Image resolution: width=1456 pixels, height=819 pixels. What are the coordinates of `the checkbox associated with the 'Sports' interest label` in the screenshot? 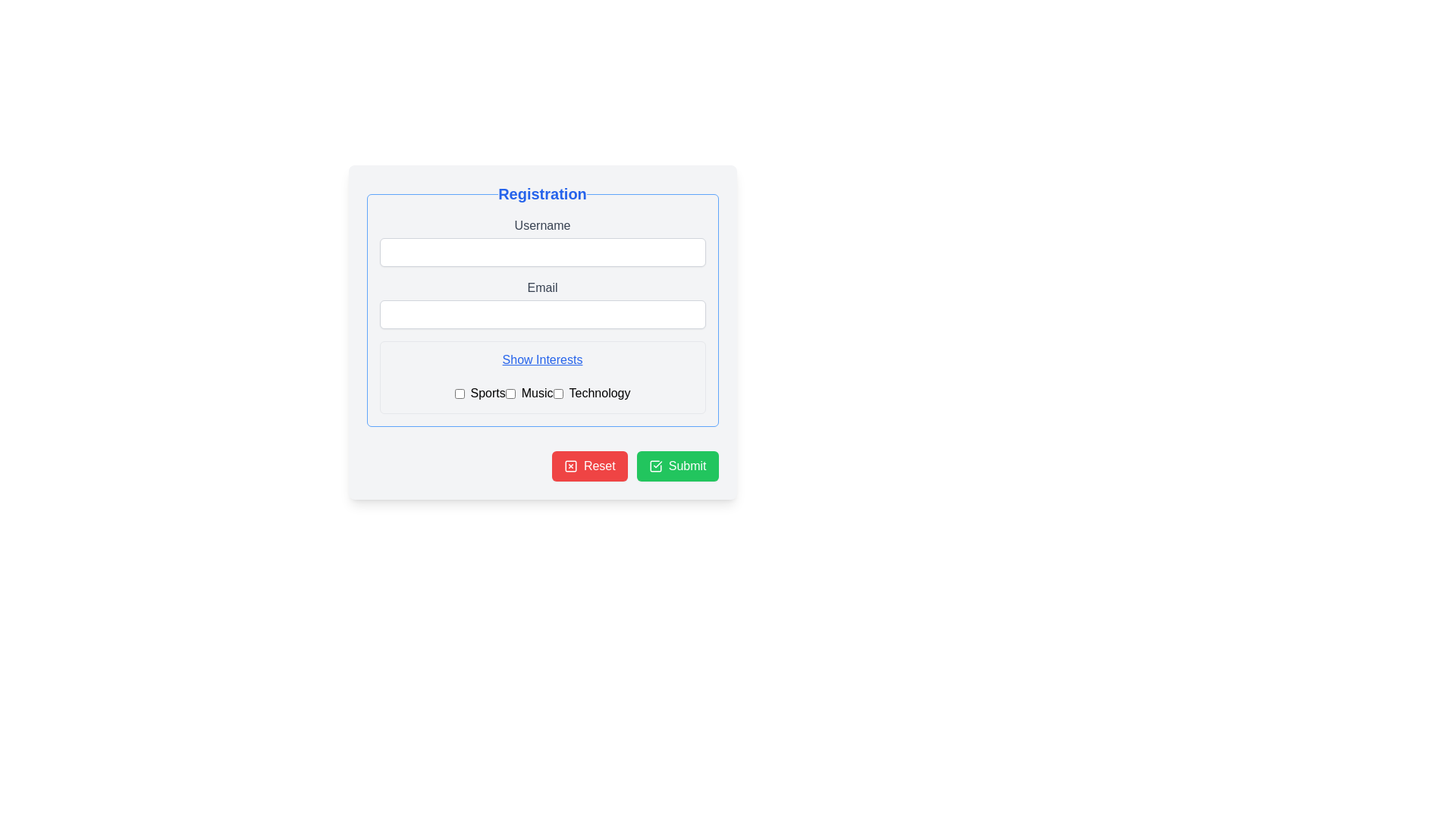 It's located at (479, 393).